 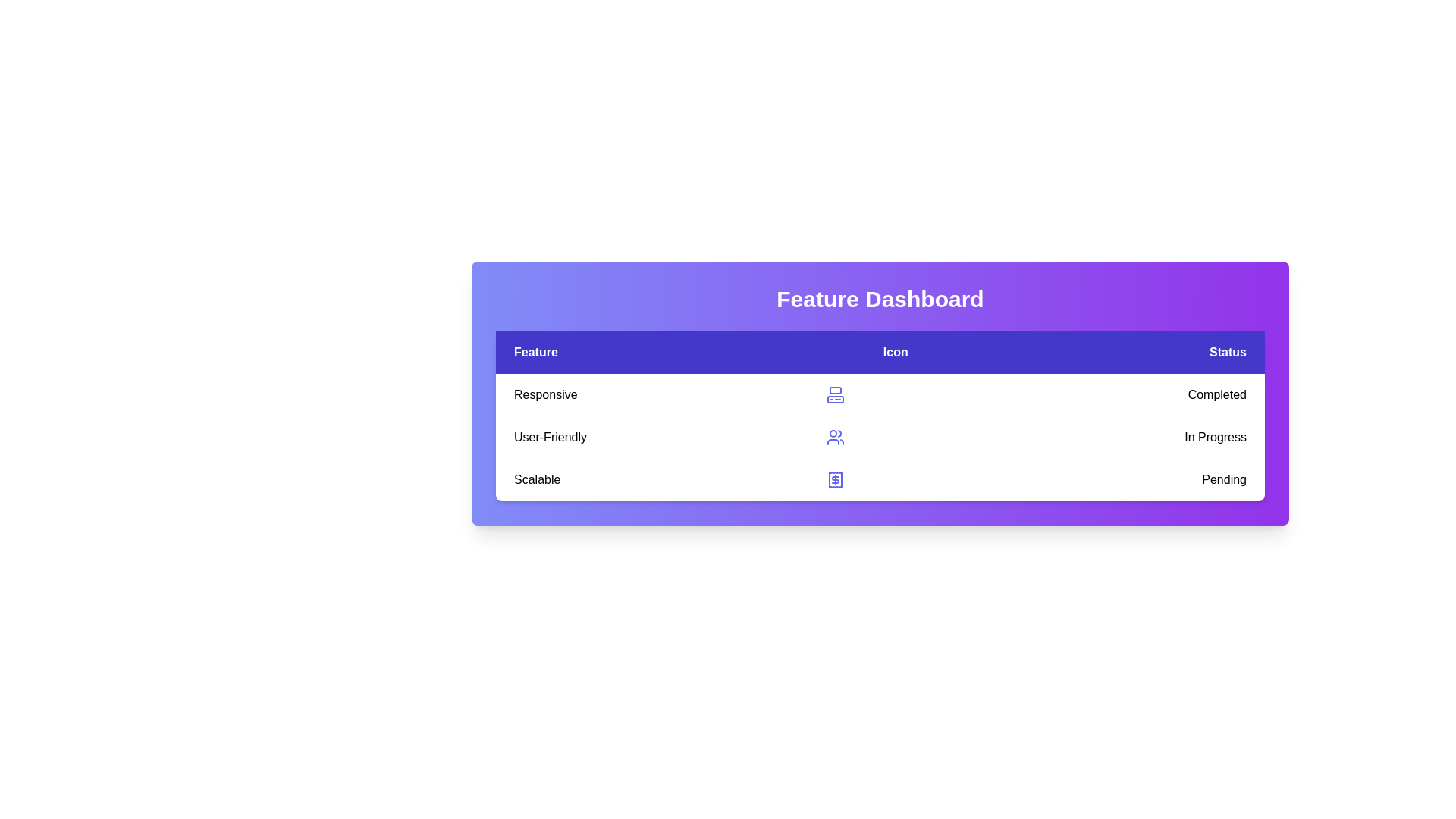 What do you see at coordinates (834, 479) in the screenshot?
I see `the indigo-colored receipt icon with a zigzag edge pattern located in the 'Icon' column of the 'Scalable' row in the table` at bounding box center [834, 479].